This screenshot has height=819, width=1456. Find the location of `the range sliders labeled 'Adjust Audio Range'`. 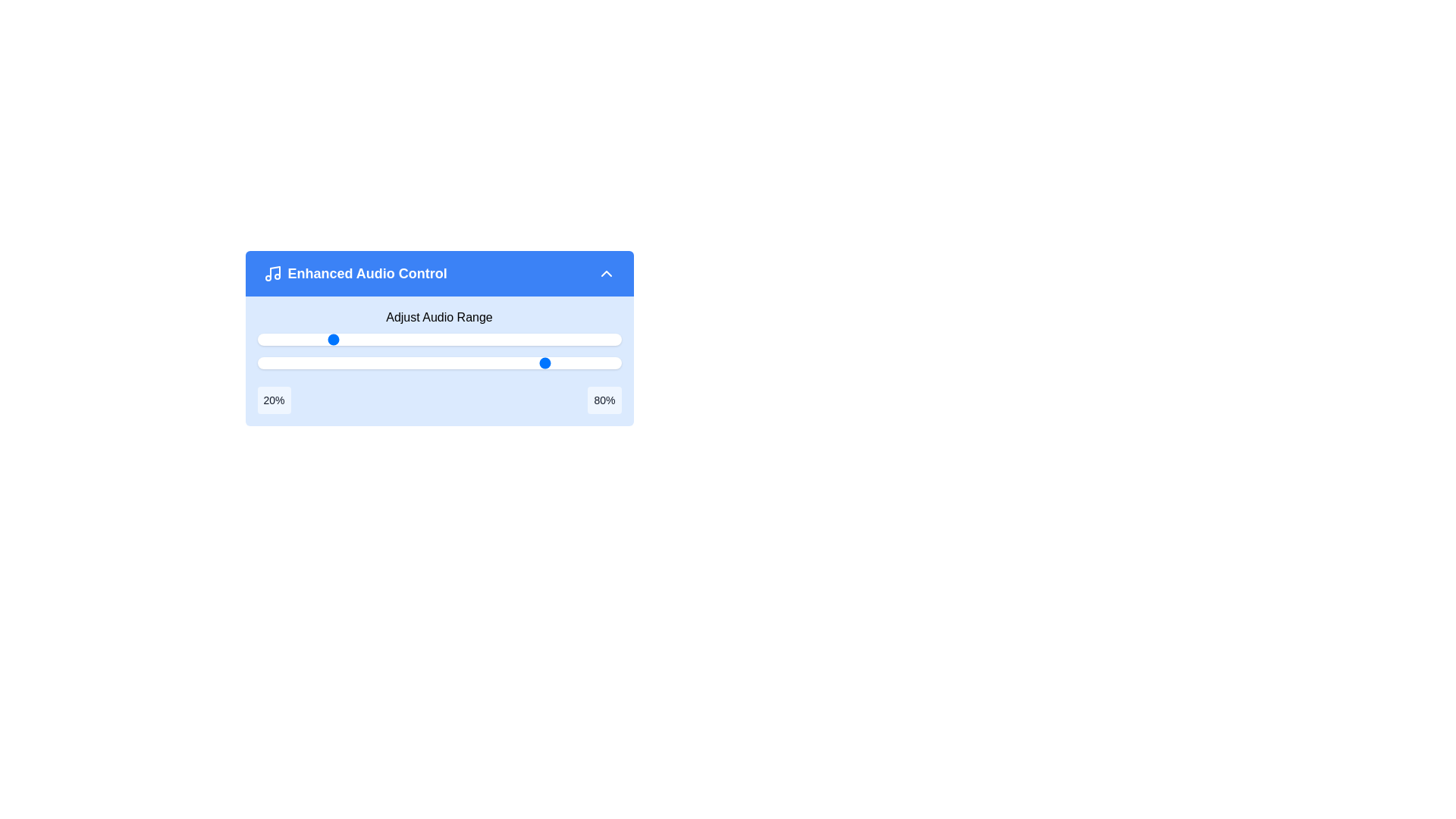

the range sliders labeled 'Adjust Audio Range' is located at coordinates (438, 361).